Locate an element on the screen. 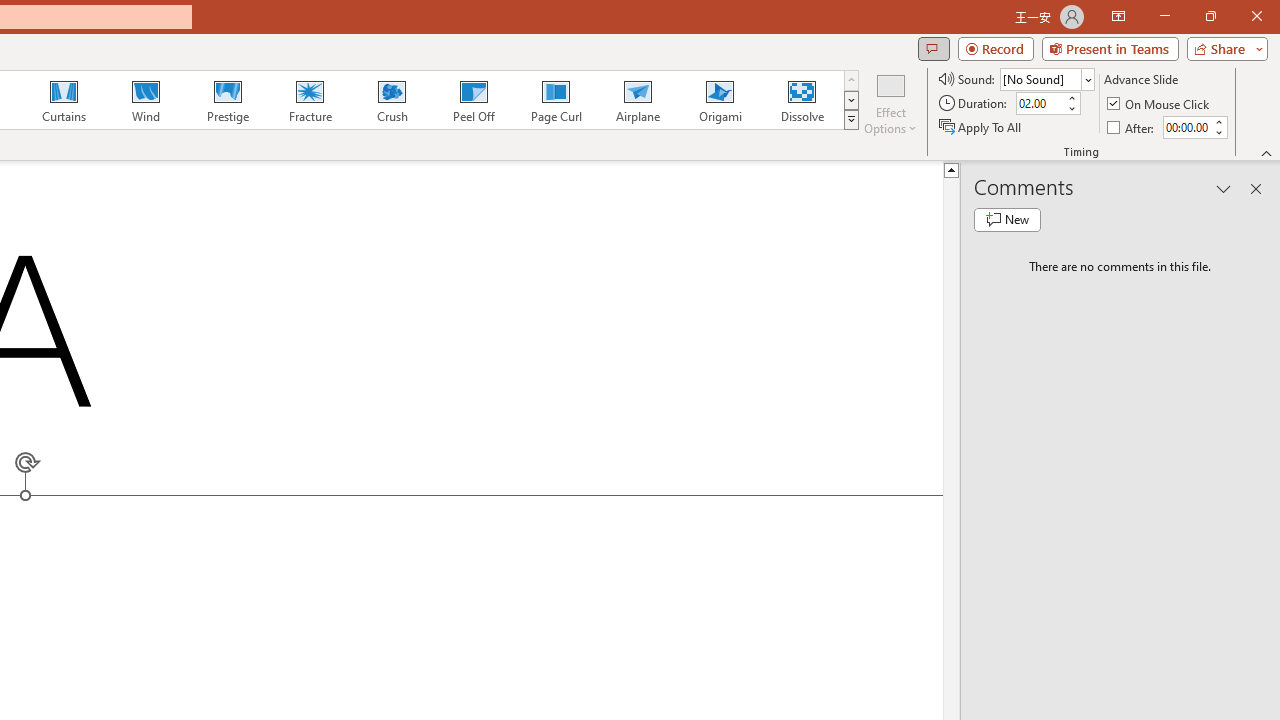  'Peel Off' is located at coordinates (472, 100).